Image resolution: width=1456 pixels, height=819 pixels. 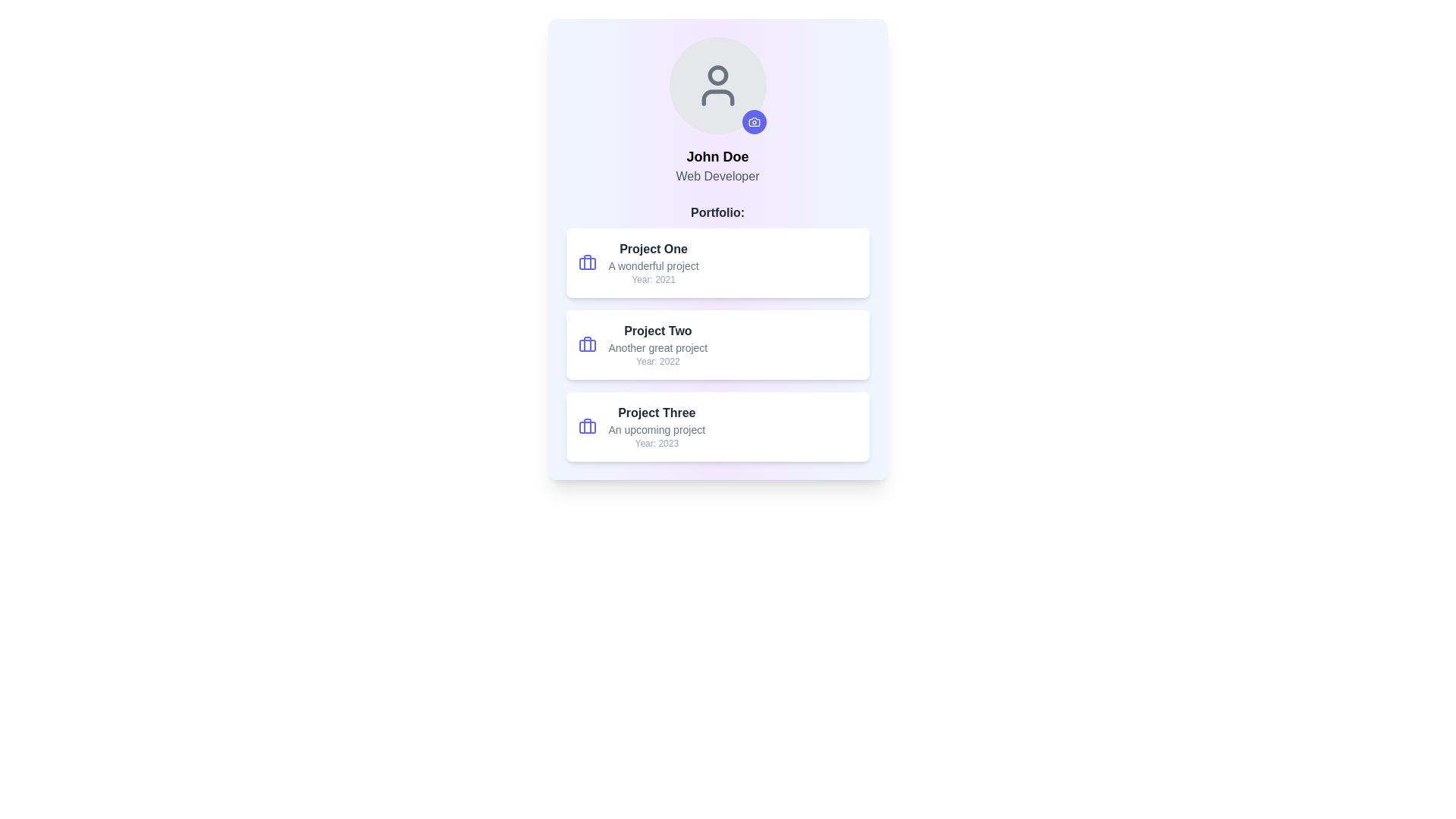 What do you see at coordinates (657, 413) in the screenshot?
I see `the text label displaying the title 'Project Three' in bold, dark-gray text, which serves as a prominent heading for its section` at bounding box center [657, 413].